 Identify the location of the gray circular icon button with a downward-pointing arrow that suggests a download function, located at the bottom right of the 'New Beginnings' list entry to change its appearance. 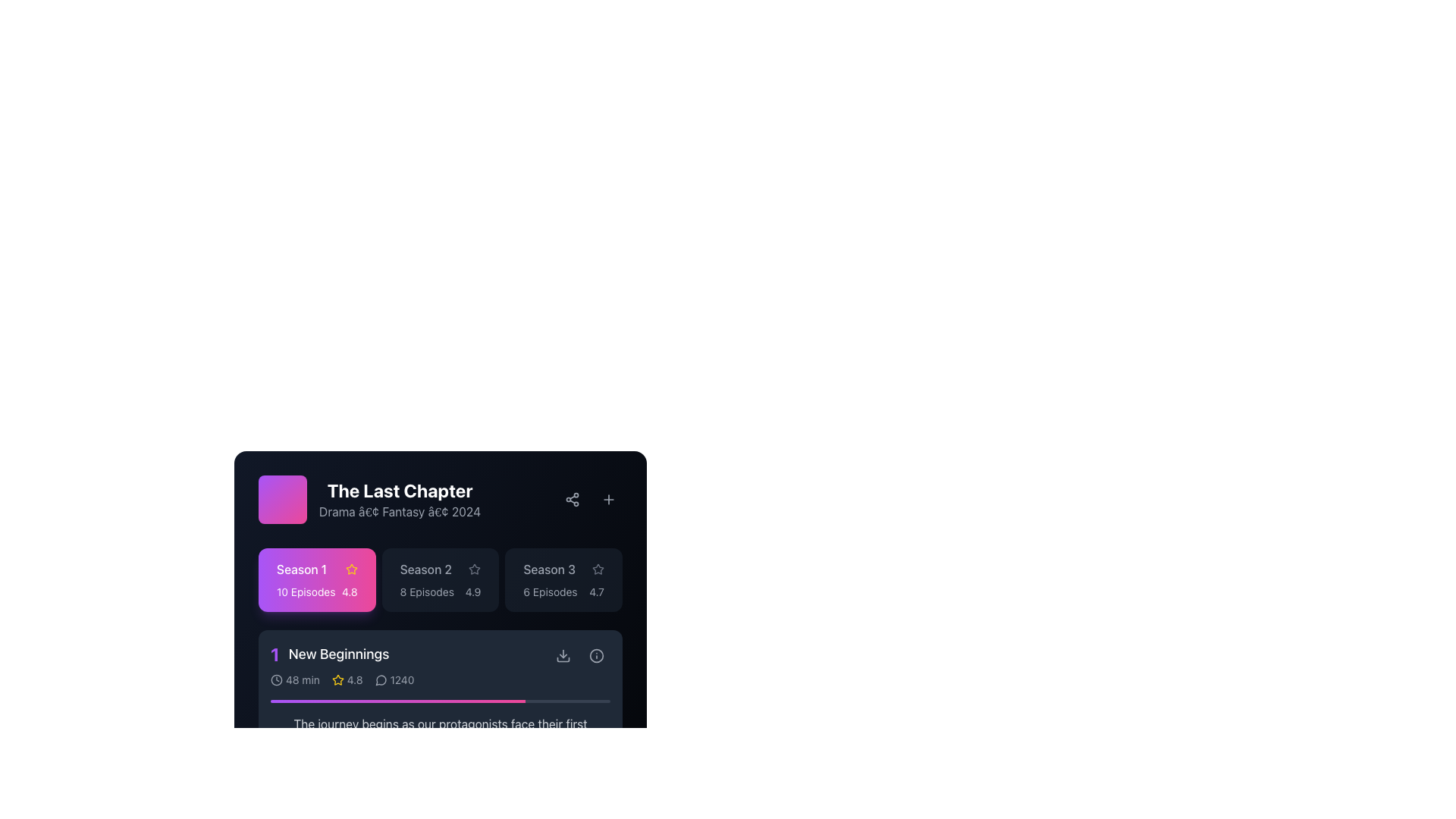
(563, 654).